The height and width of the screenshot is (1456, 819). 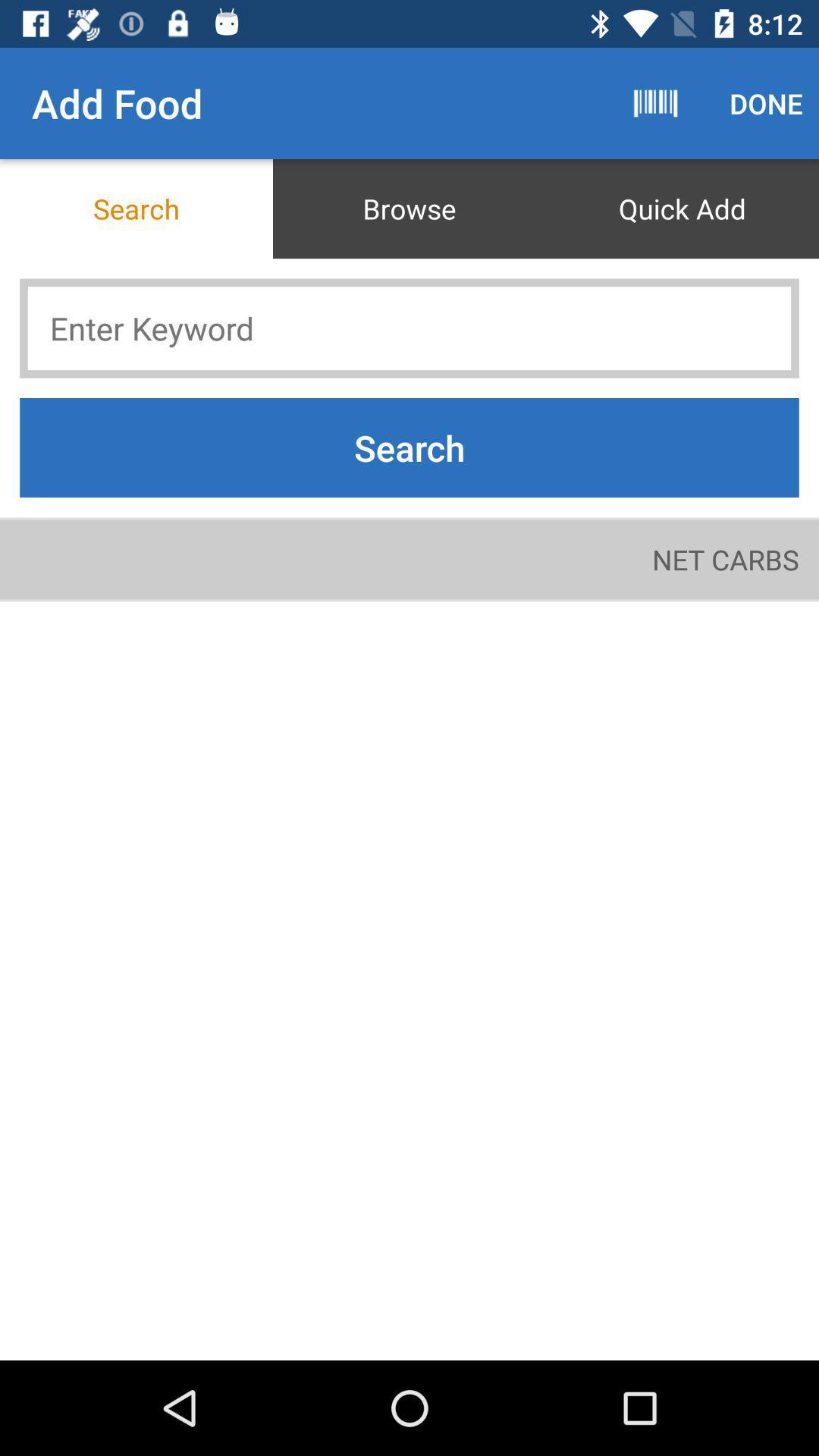 What do you see at coordinates (409, 328) in the screenshot?
I see `search keyword` at bounding box center [409, 328].